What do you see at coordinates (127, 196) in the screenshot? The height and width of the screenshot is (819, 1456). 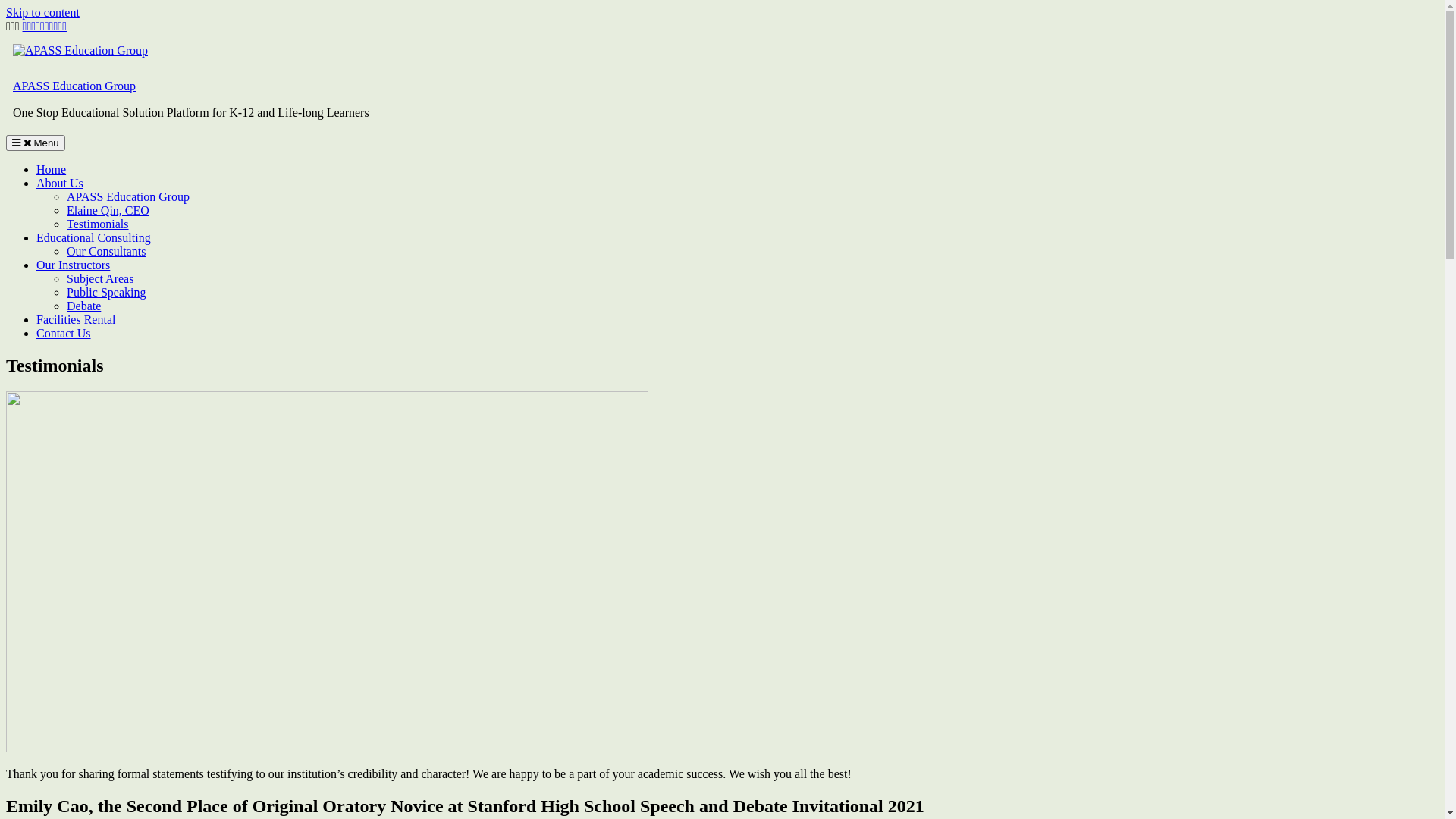 I see `'APASS Education Group'` at bounding box center [127, 196].